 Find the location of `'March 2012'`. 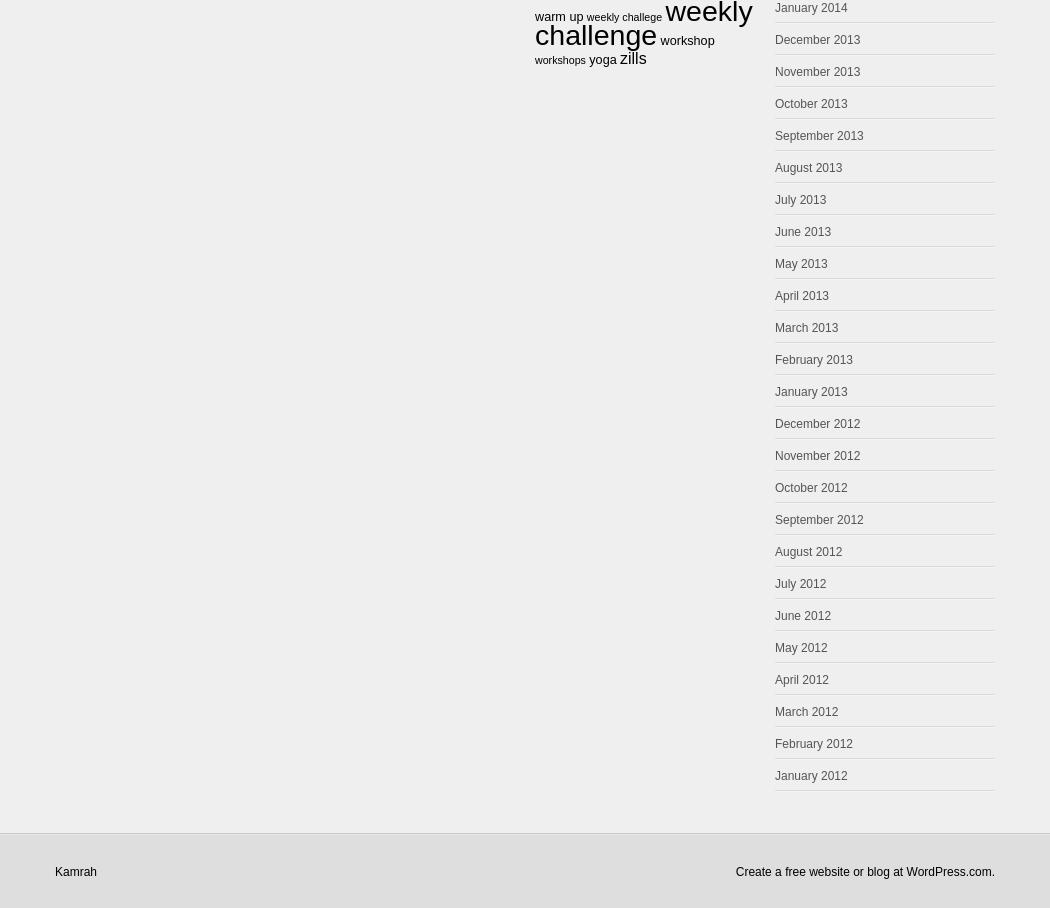

'March 2012' is located at coordinates (805, 709).